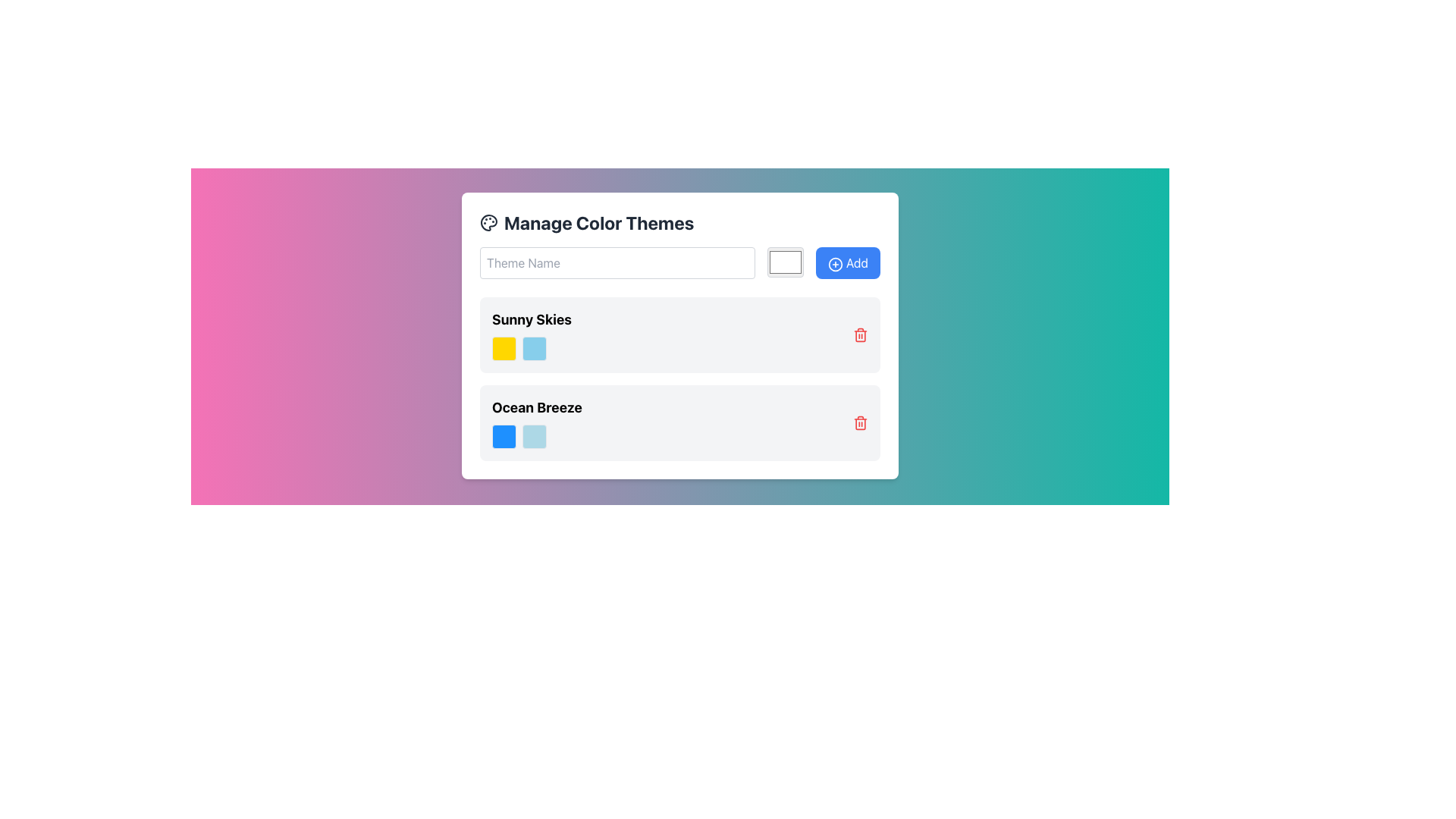 This screenshot has width=1456, height=819. What do you see at coordinates (834, 263) in the screenshot?
I see `the SVG circle element that signifies addition, located within the button labeled 'Add' on the right of the input field` at bounding box center [834, 263].